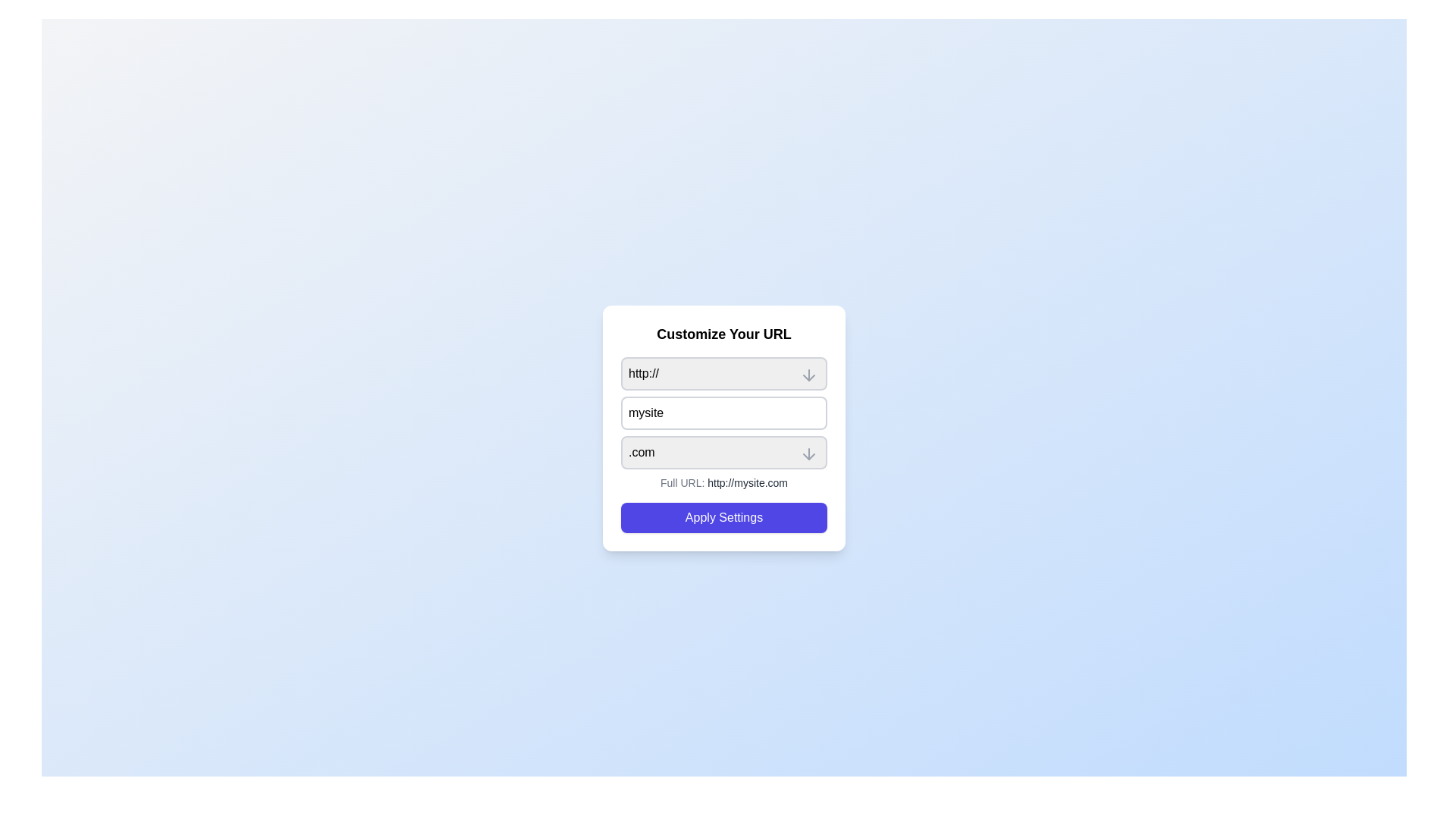  What do you see at coordinates (723, 482) in the screenshot?
I see `the static informational text displaying 'Full URL: http://mysite.com' located beneath the domain selection component in the modal` at bounding box center [723, 482].